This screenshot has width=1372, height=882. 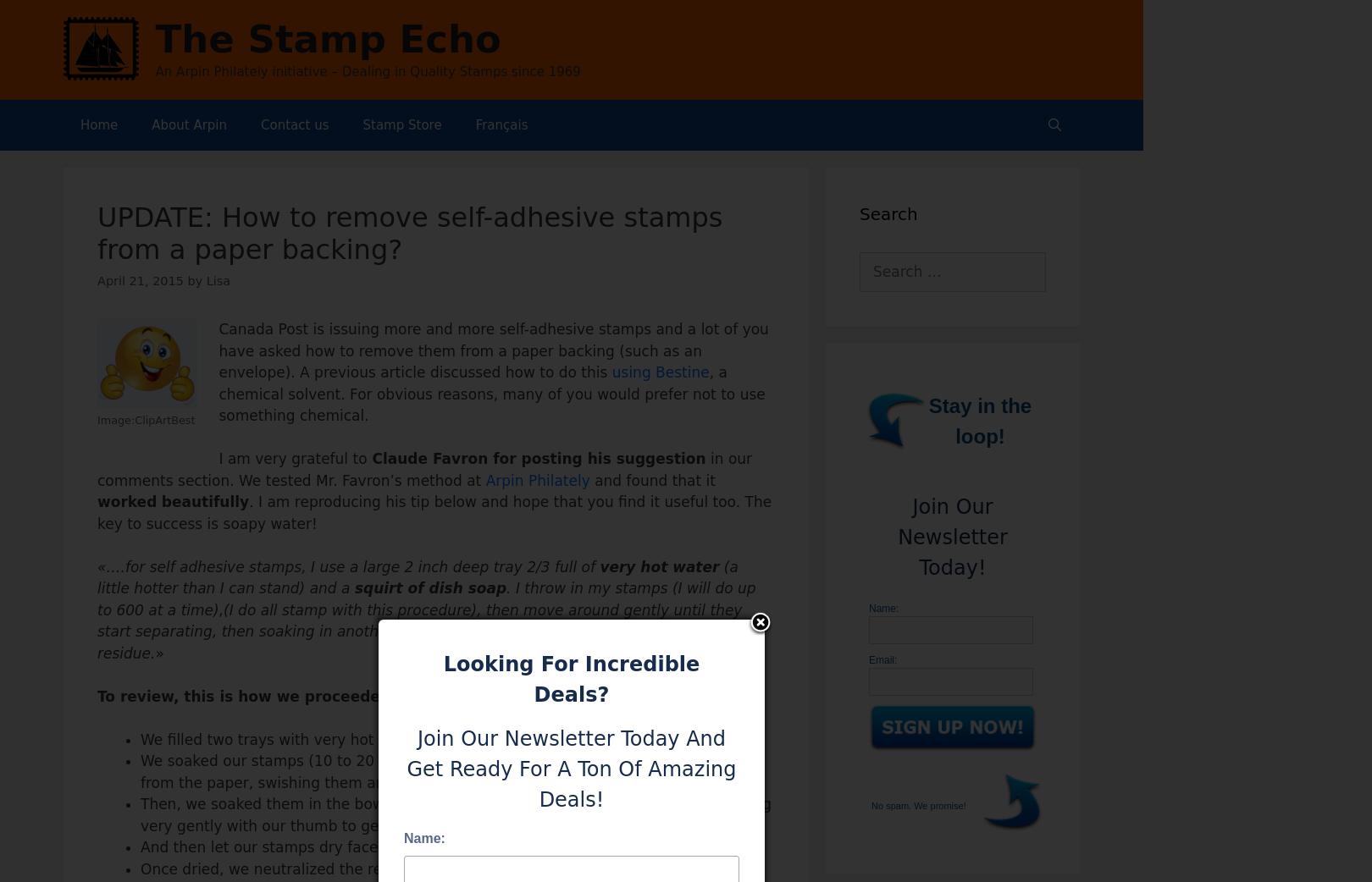 I want to click on 'and found that it', so click(x=651, y=478).